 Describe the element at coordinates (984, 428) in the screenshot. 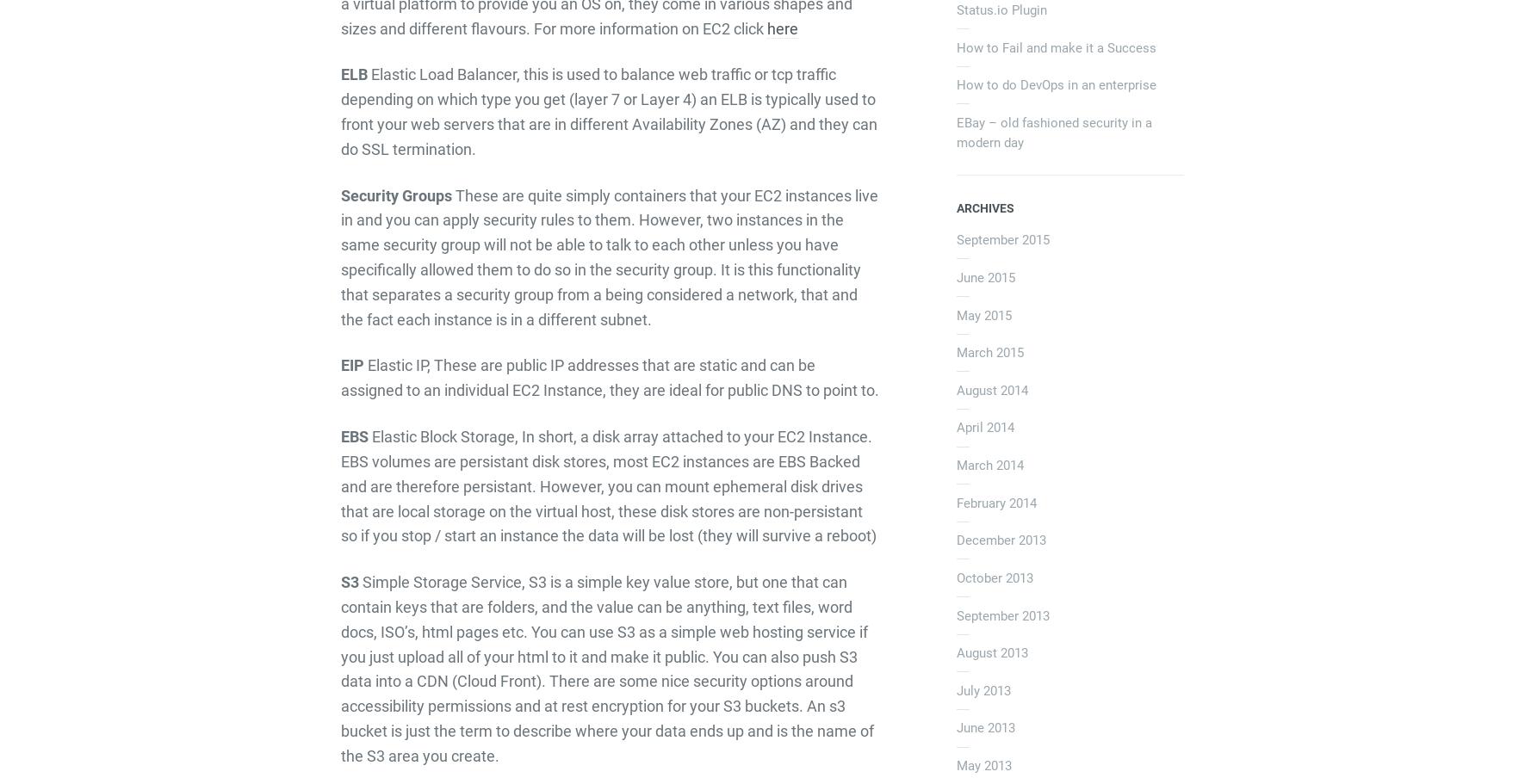

I see `'April 2014'` at that location.